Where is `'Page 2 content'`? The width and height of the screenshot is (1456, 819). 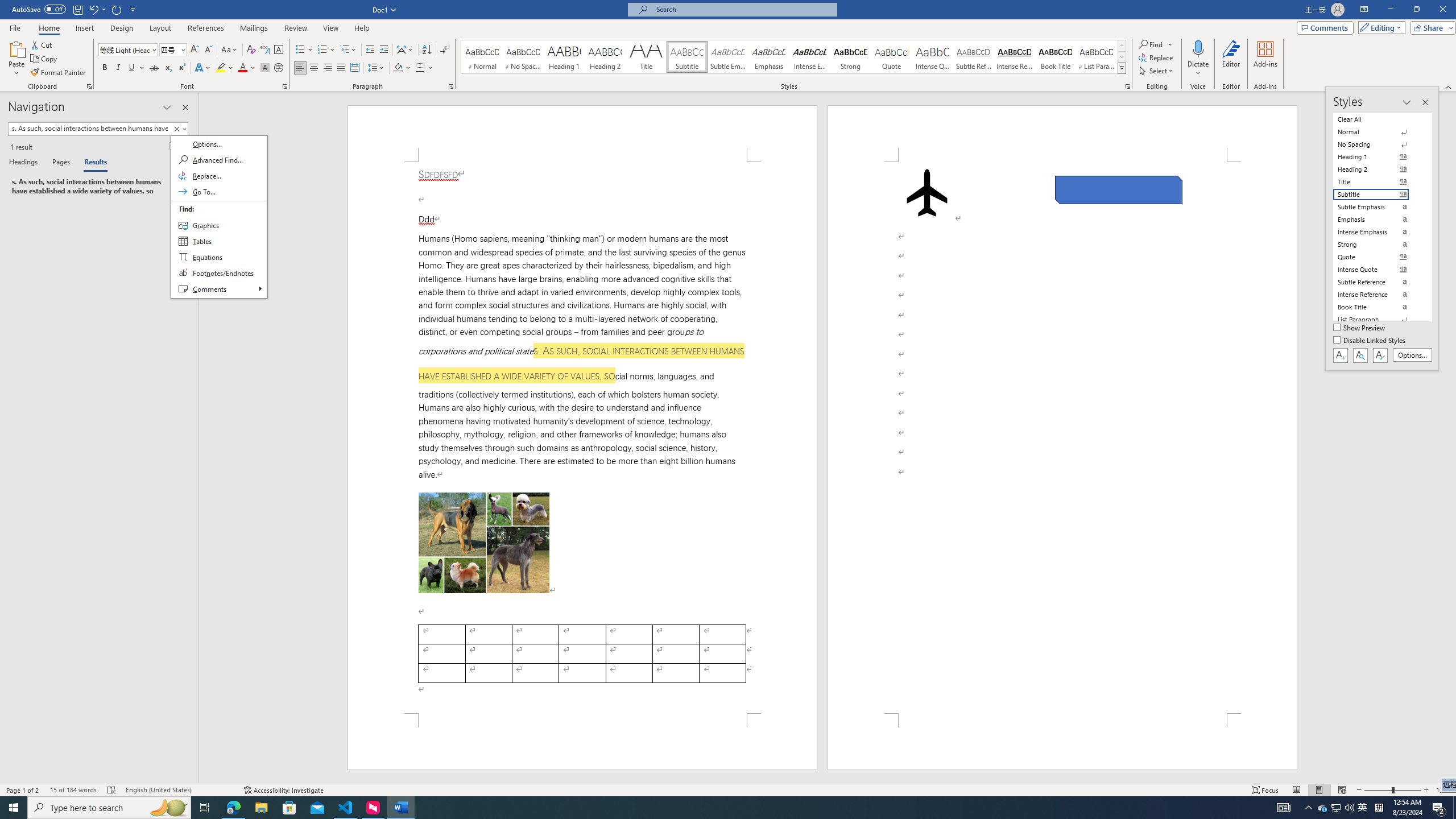 'Page 2 content' is located at coordinates (1062, 437).